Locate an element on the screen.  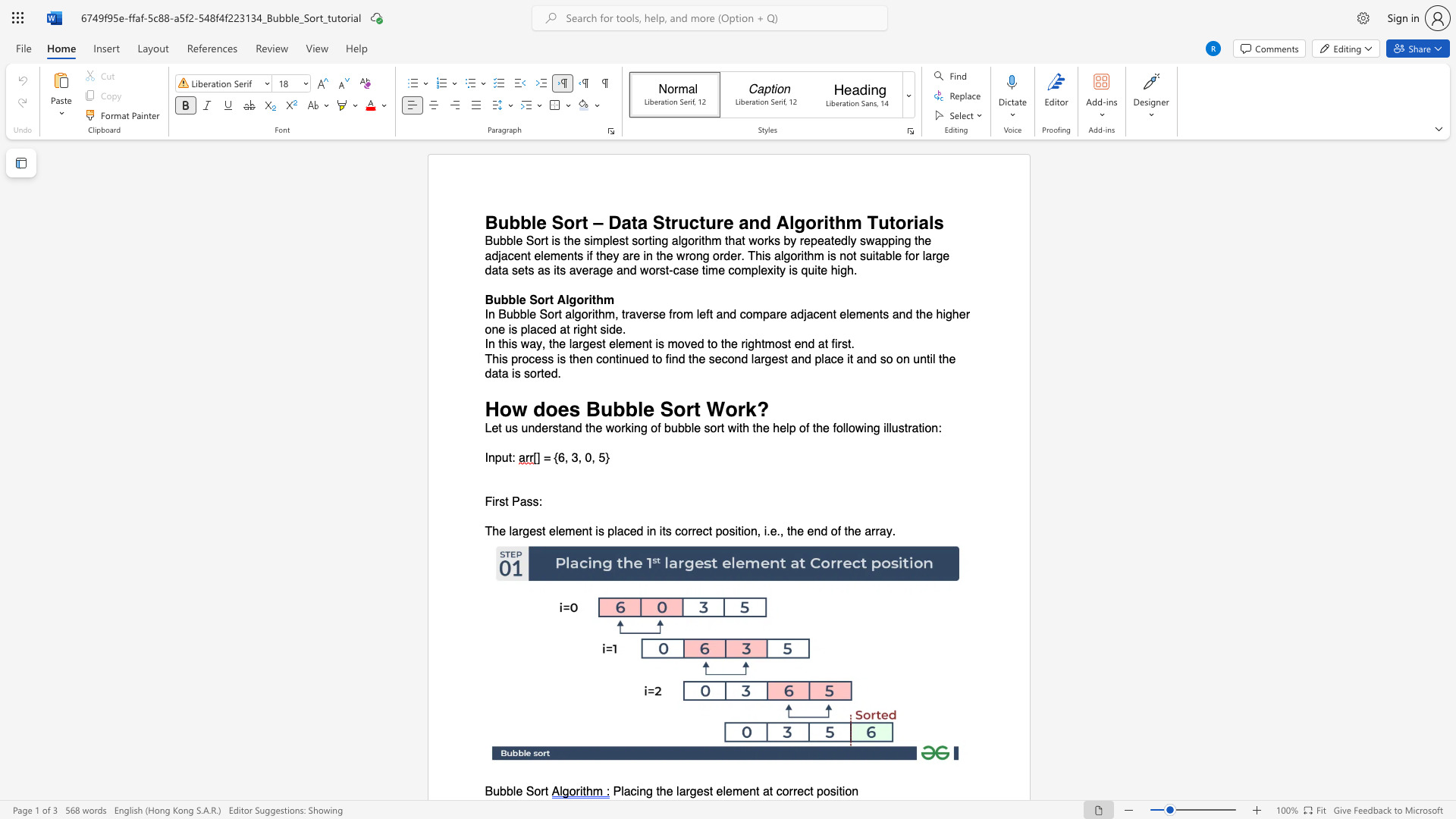
the subset text "ort – Data Structure and" within the text "Bubble Sort – Data Structure and Algorithm Tutorials" is located at coordinates (563, 222).